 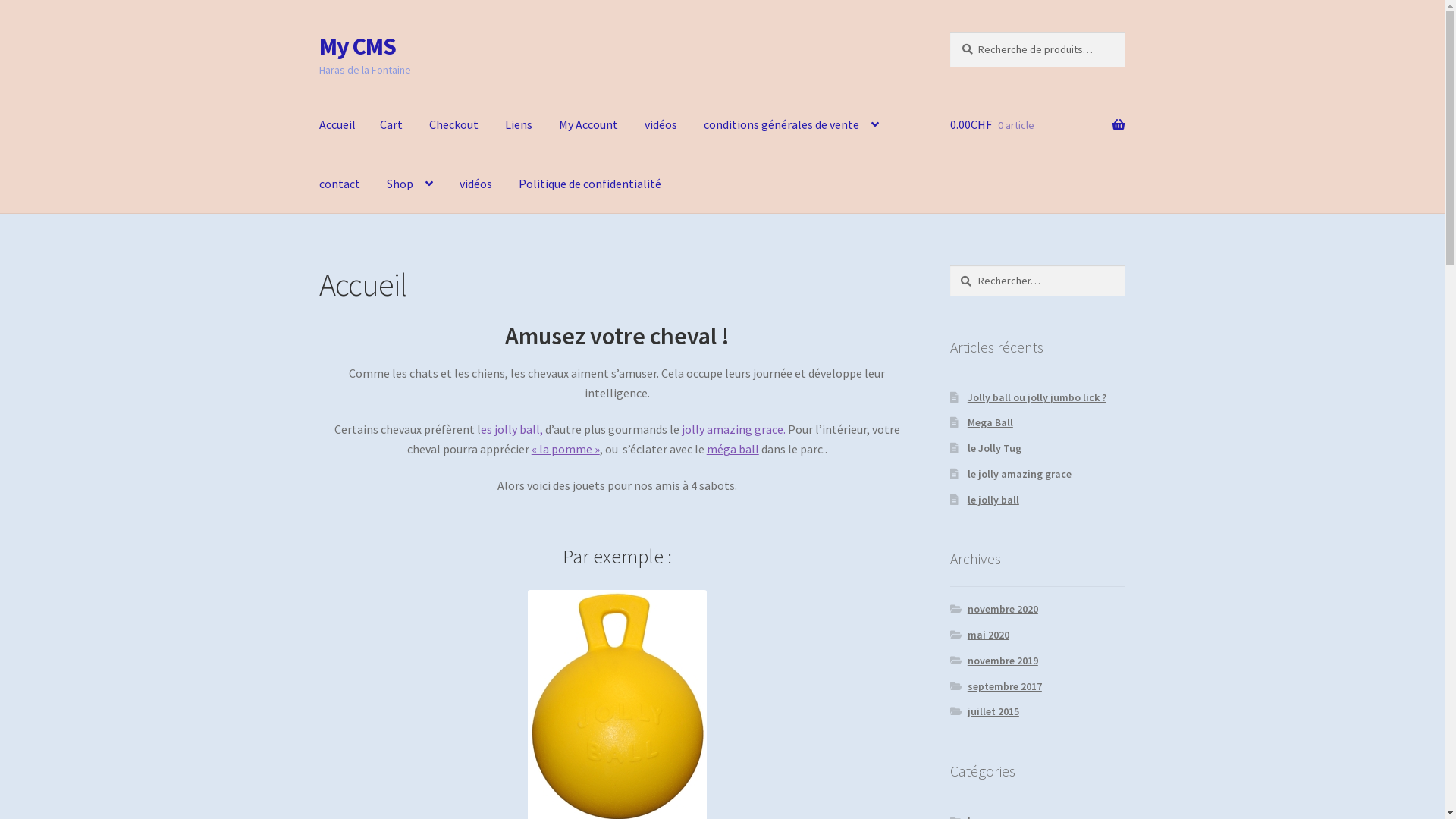 What do you see at coordinates (1003, 660) in the screenshot?
I see `'novembre 2019'` at bounding box center [1003, 660].